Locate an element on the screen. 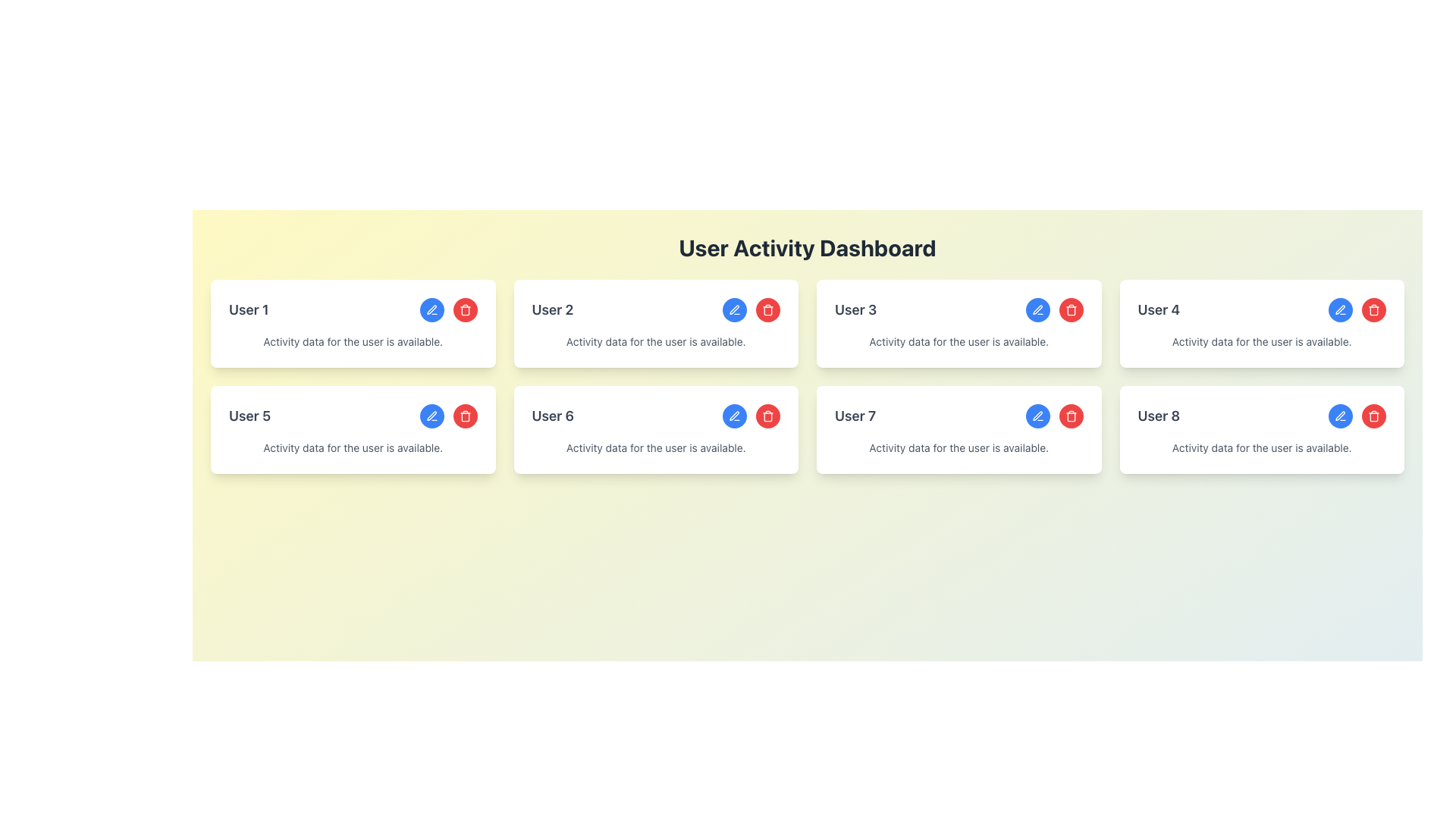 The height and width of the screenshot is (819, 1456). the circular button located to the right side within the row of actions is located at coordinates (767, 309).